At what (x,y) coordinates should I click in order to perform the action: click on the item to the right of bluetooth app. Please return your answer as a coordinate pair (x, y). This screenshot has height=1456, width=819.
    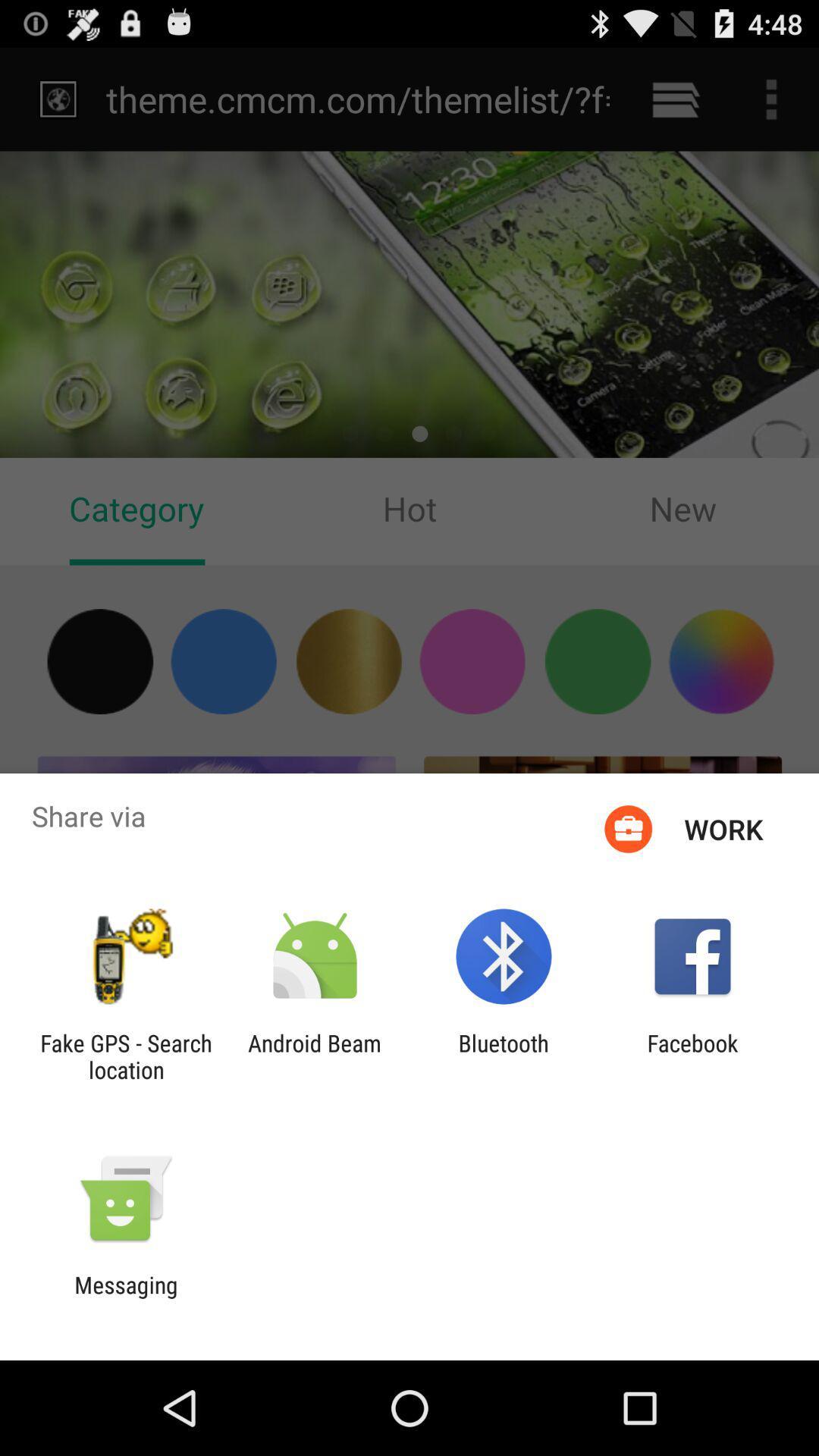
    Looking at the image, I should click on (692, 1056).